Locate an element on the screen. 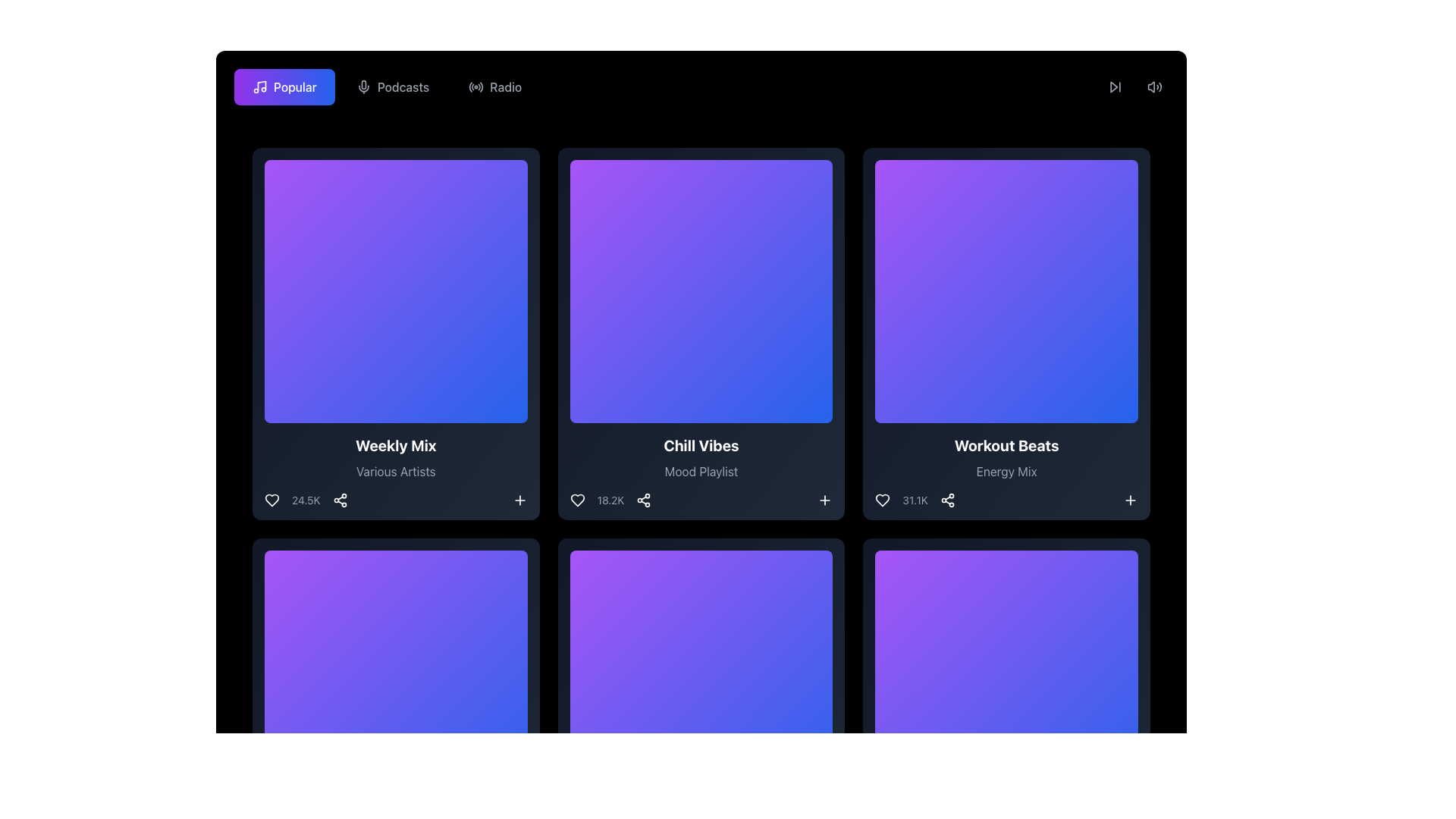  the bold text label reading 'Weekly Mix', which is centrally aligned at the top of the card component in the card grid layout is located at coordinates (396, 444).